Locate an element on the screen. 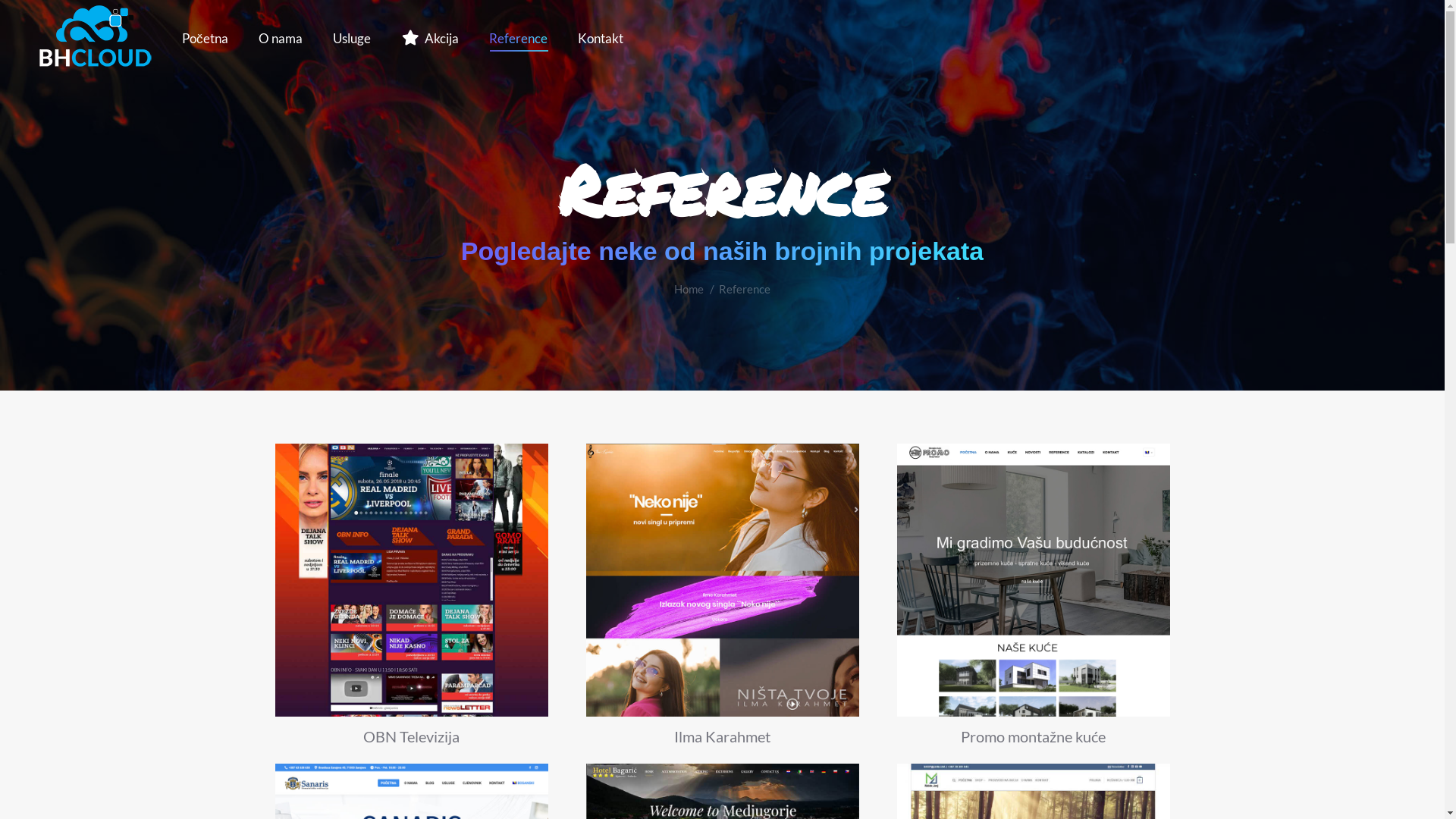 The width and height of the screenshot is (1456, 819). 'Usluge' is located at coordinates (331, 37).